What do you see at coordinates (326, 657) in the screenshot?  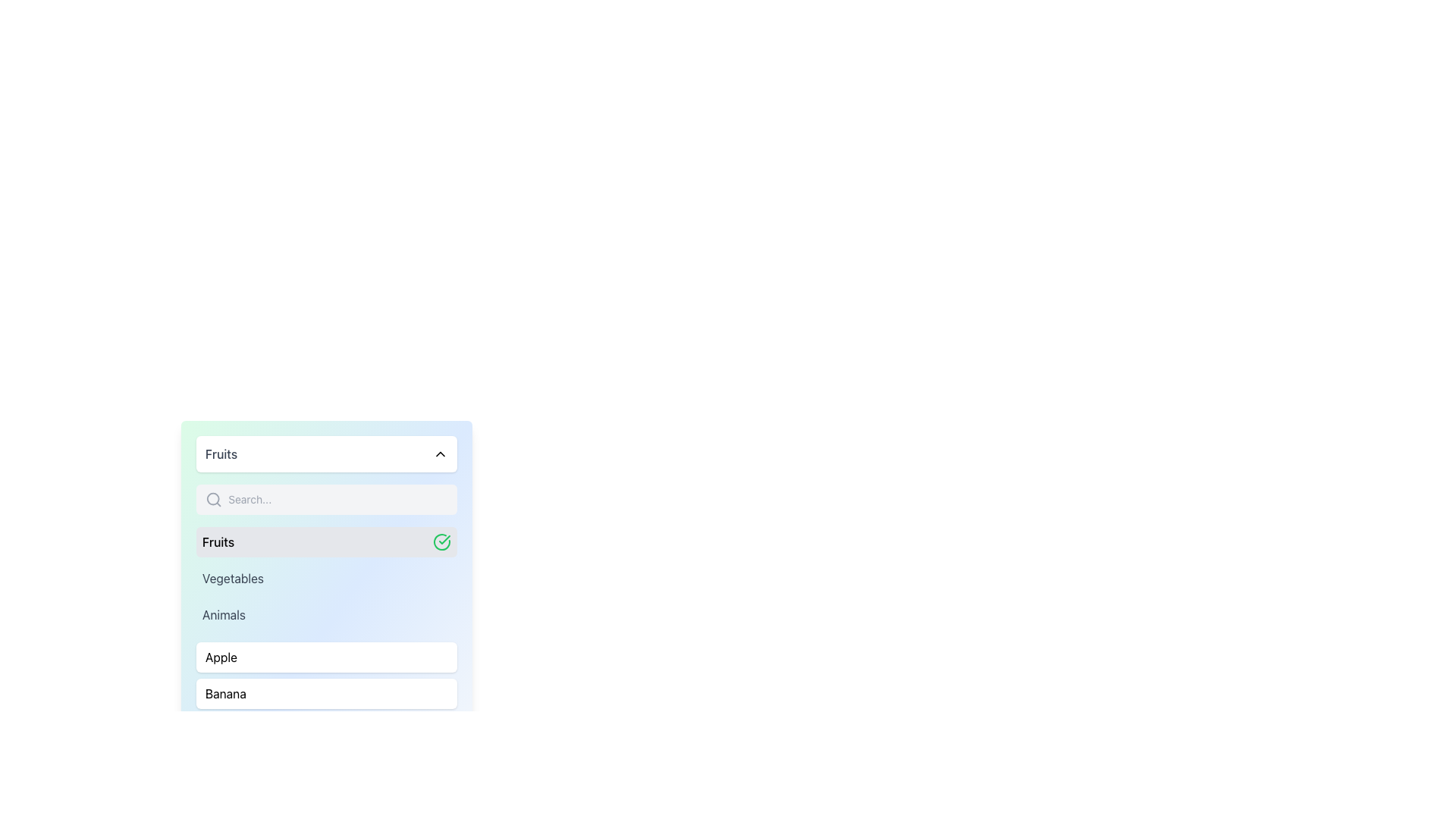 I see `the first selectable list item labeled 'Apple'` at bounding box center [326, 657].